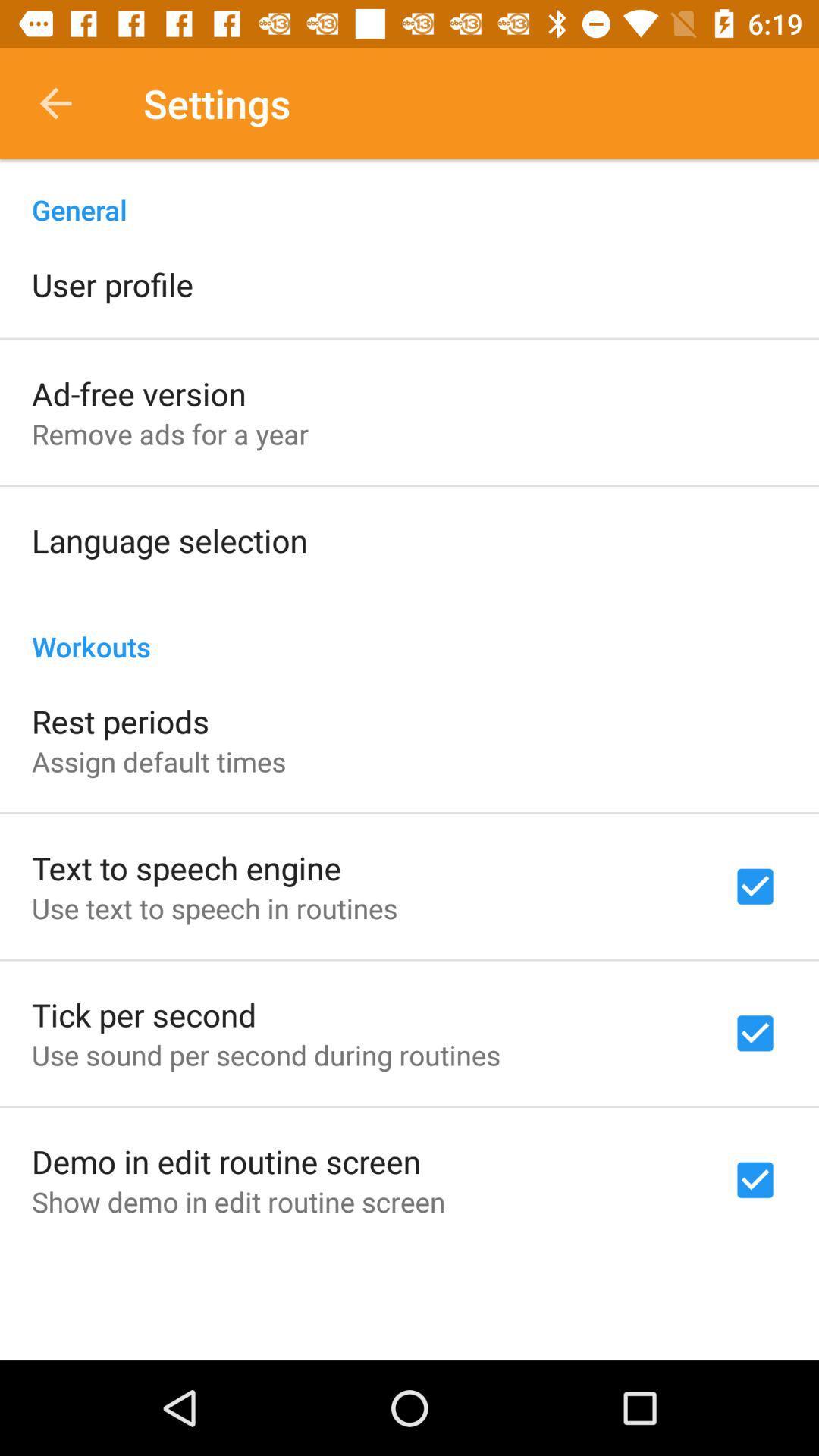 Image resolution: width=819 pixels, height=1456 pixels. What do you see at coordinates (169, 540) in the screenshot?
I see `icon below the remove ads for icon` at bounding box center [169, 540].